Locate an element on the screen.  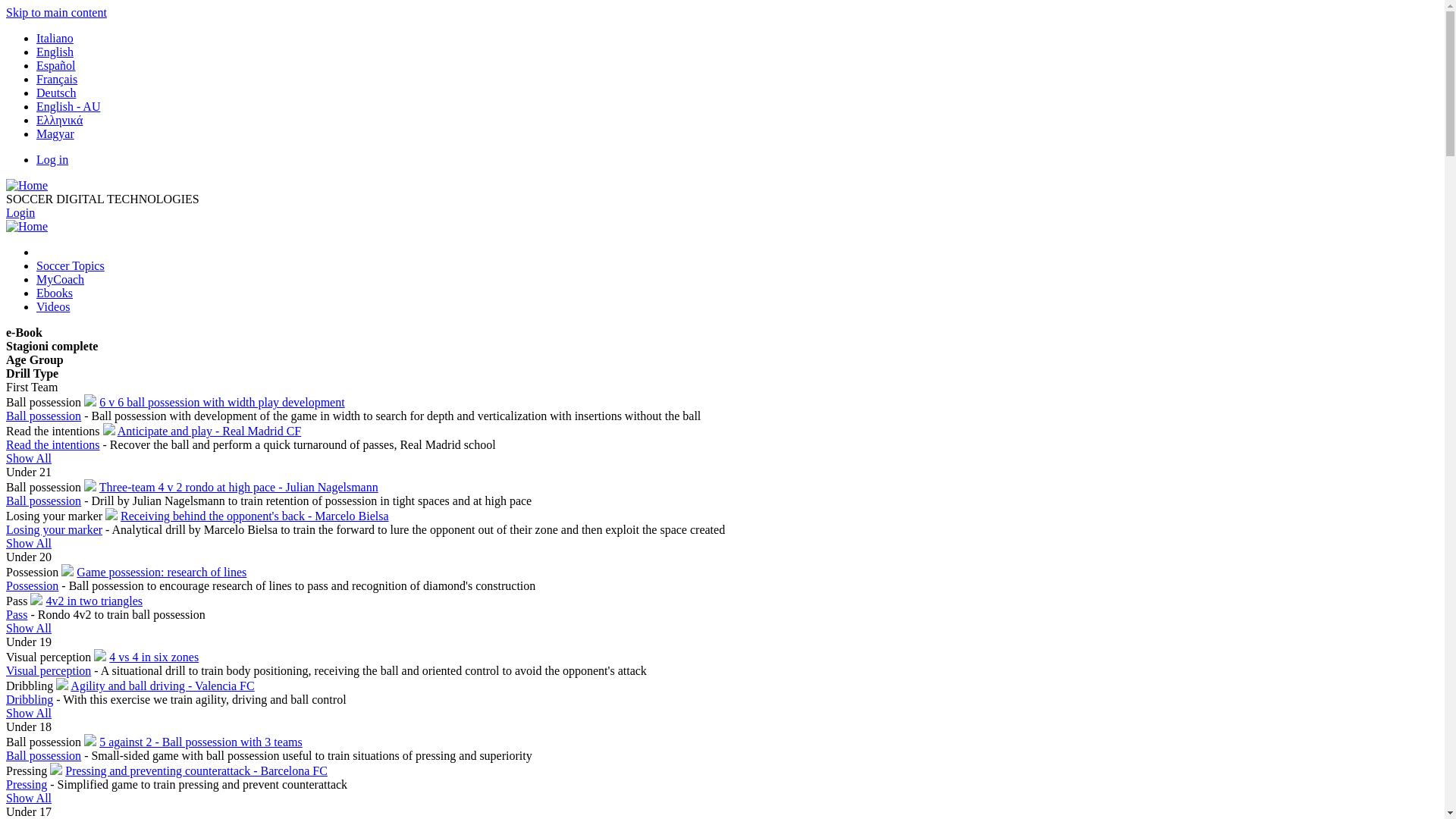
'Pressing and preventing counterattack - Barcelona FC' is located at coordinates (196, 770).